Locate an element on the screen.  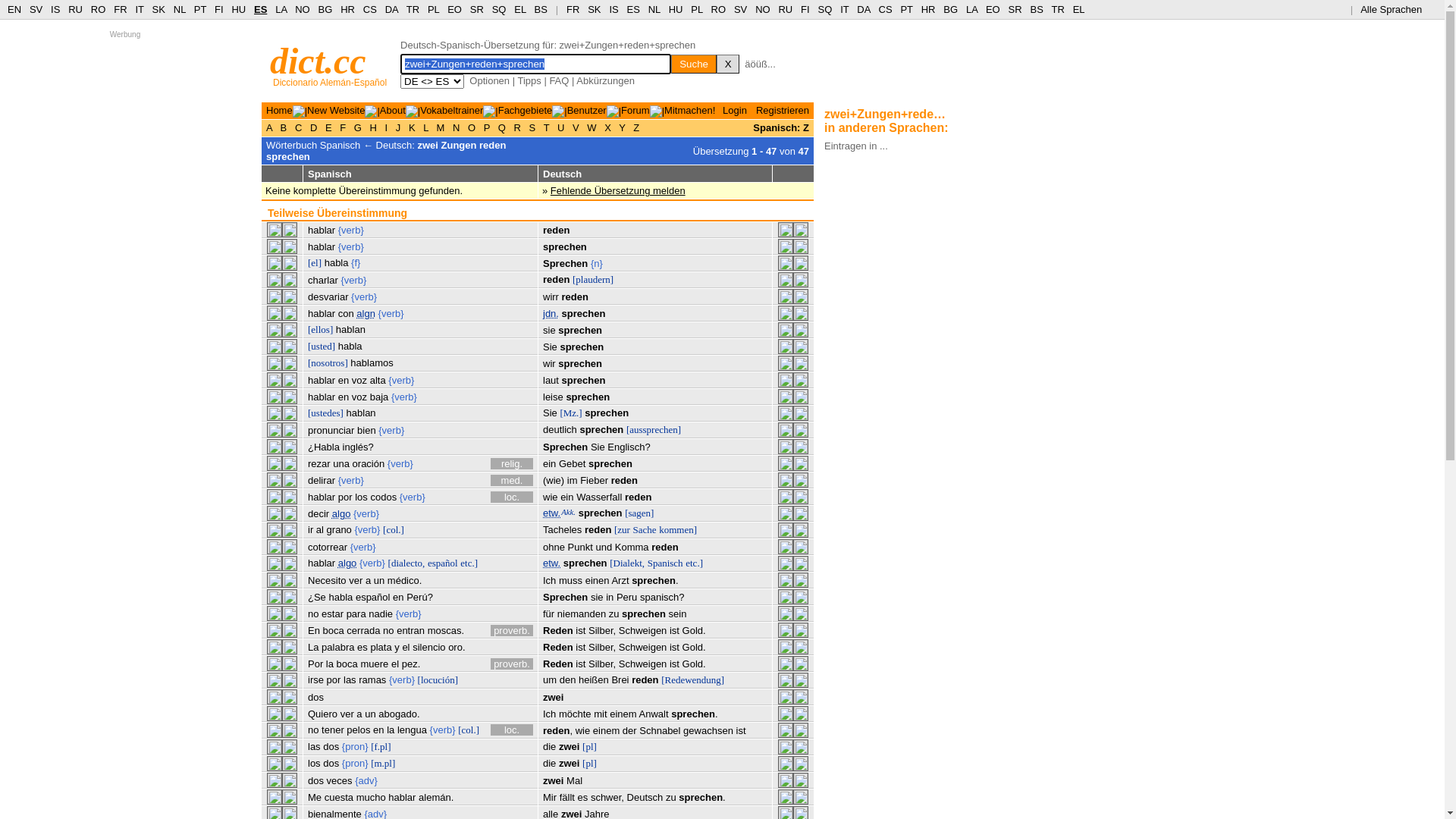
'Sie' is located at coordinates (549, 413).